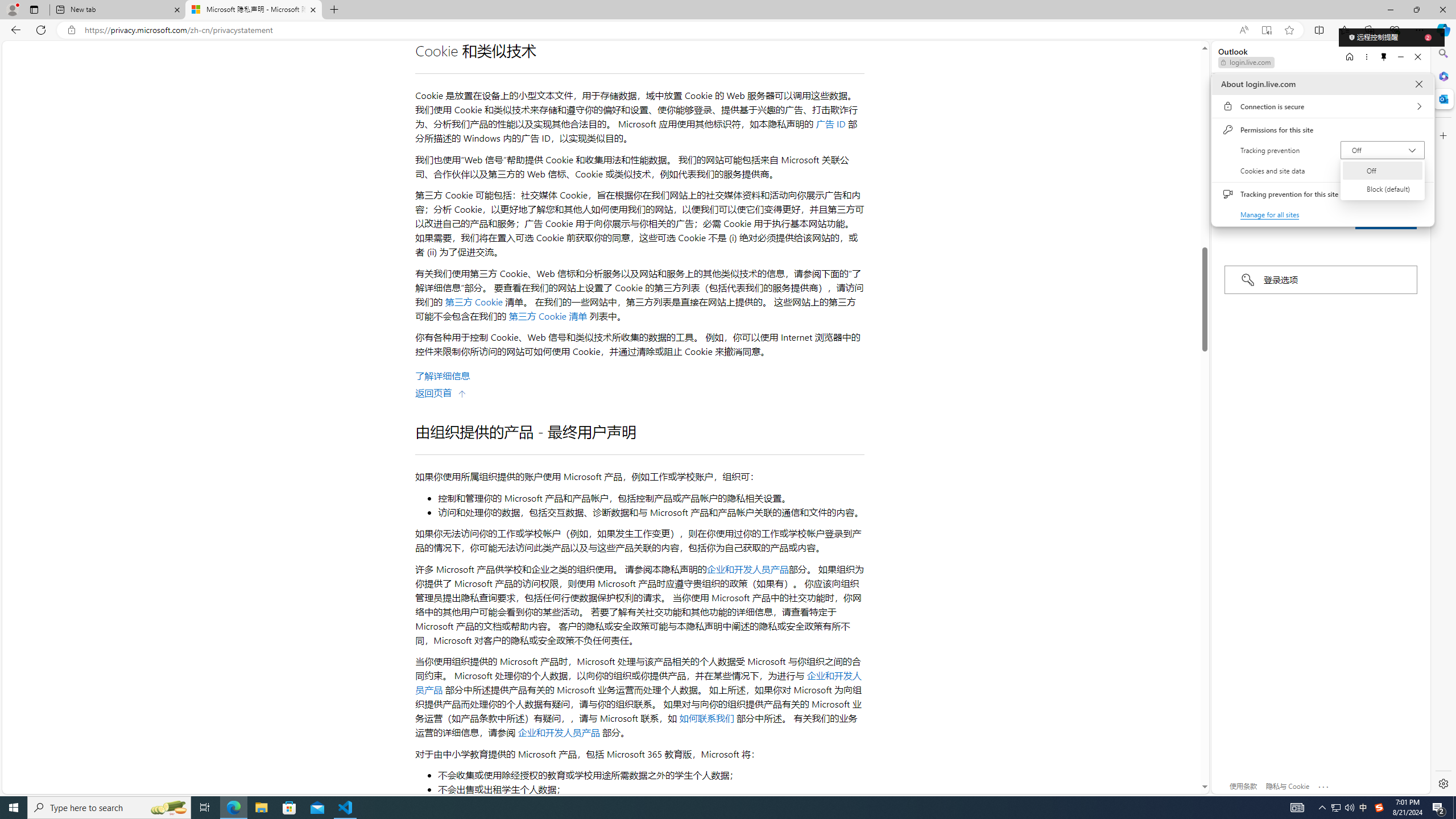 This screenshot has height=819, width=1456. What do you see at coordinates (233, 806) in the screenshot?
I see `'Microsoft Edge - 1 running window'` at bounding box center [233, 806].